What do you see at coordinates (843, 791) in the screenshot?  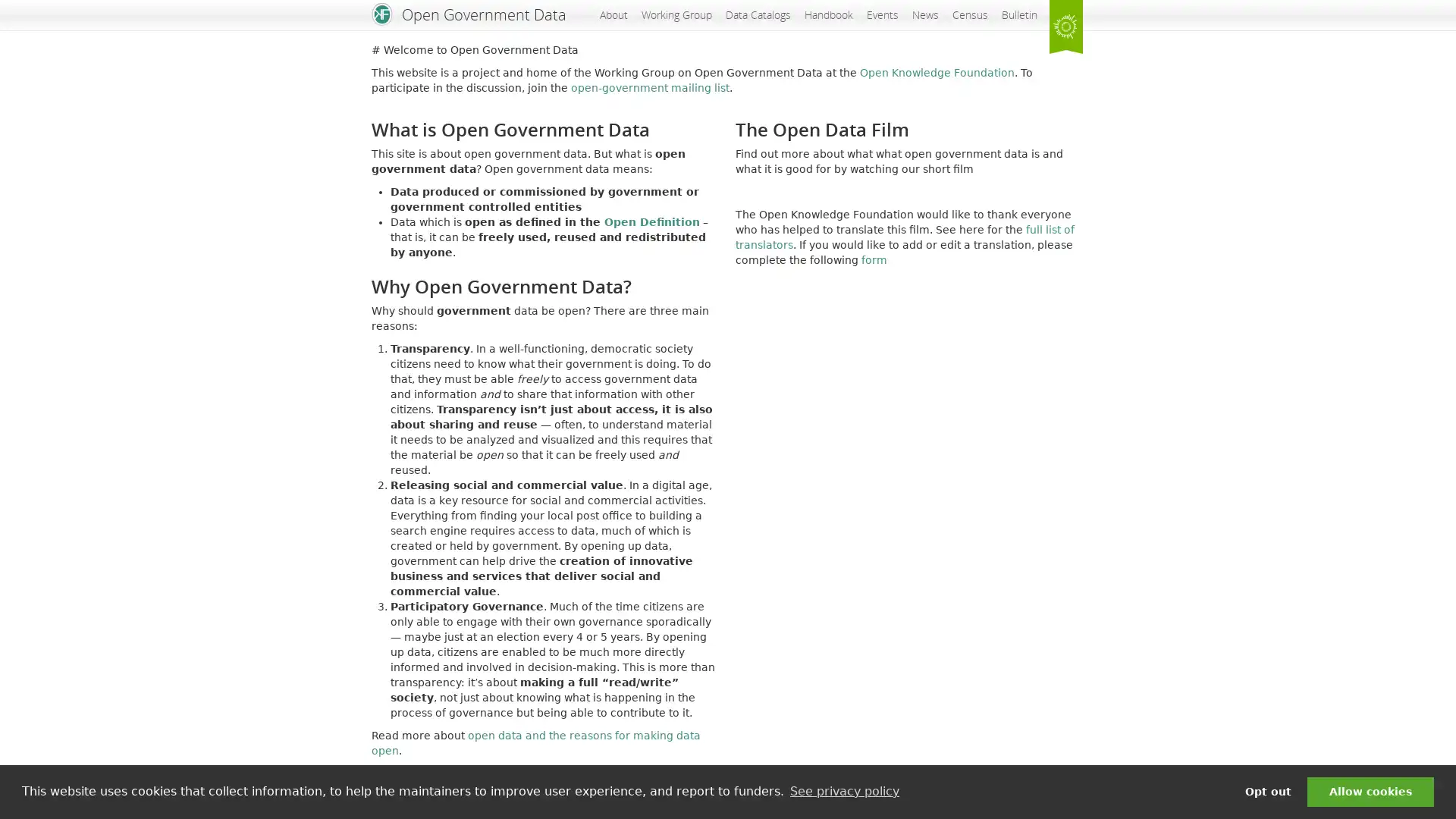 I see `learn more about cookies` at bounding box center [843, 791].